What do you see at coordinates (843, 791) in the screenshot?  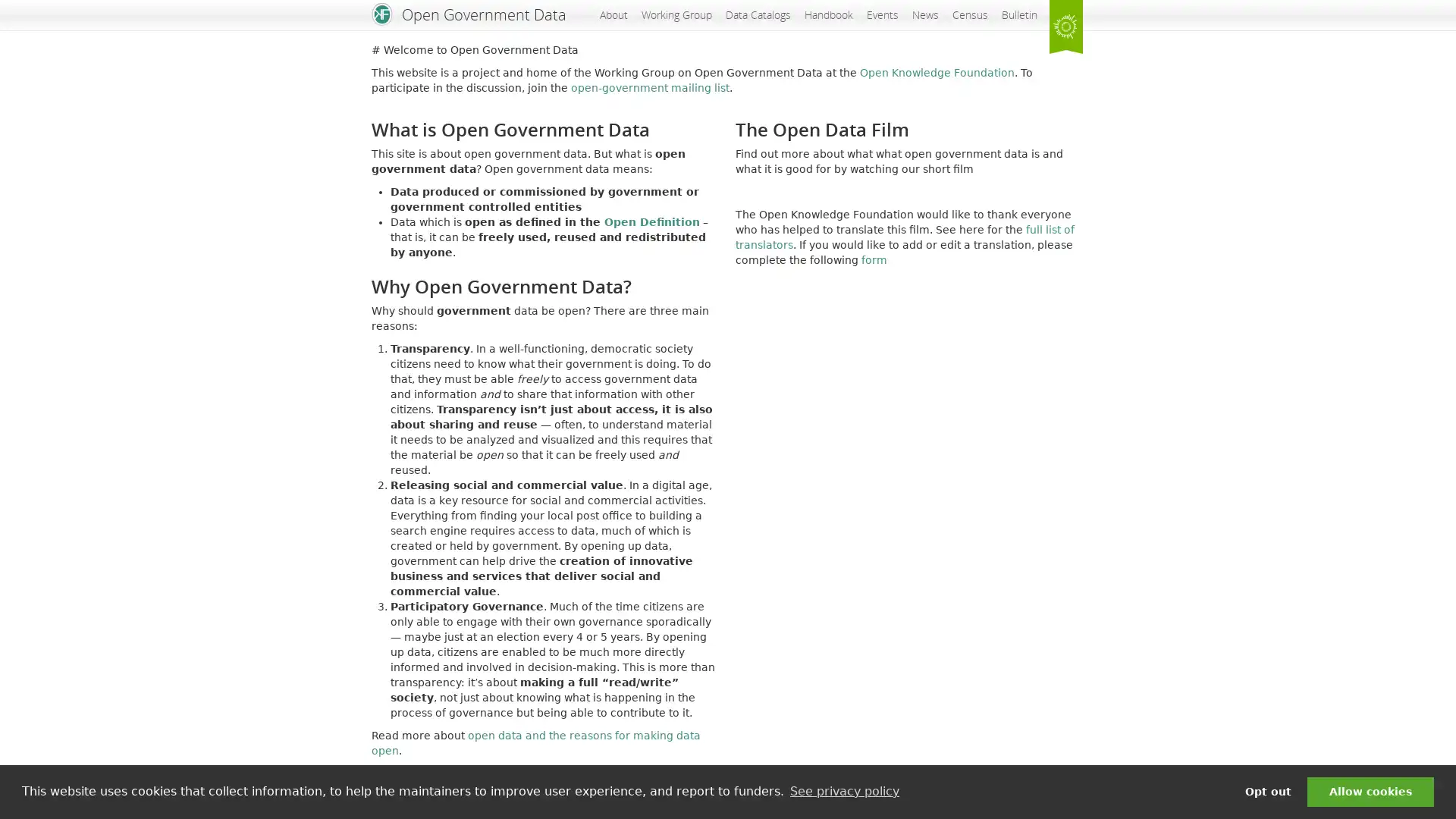 I see `learn more about cookies` at bounding box center [843, 791].